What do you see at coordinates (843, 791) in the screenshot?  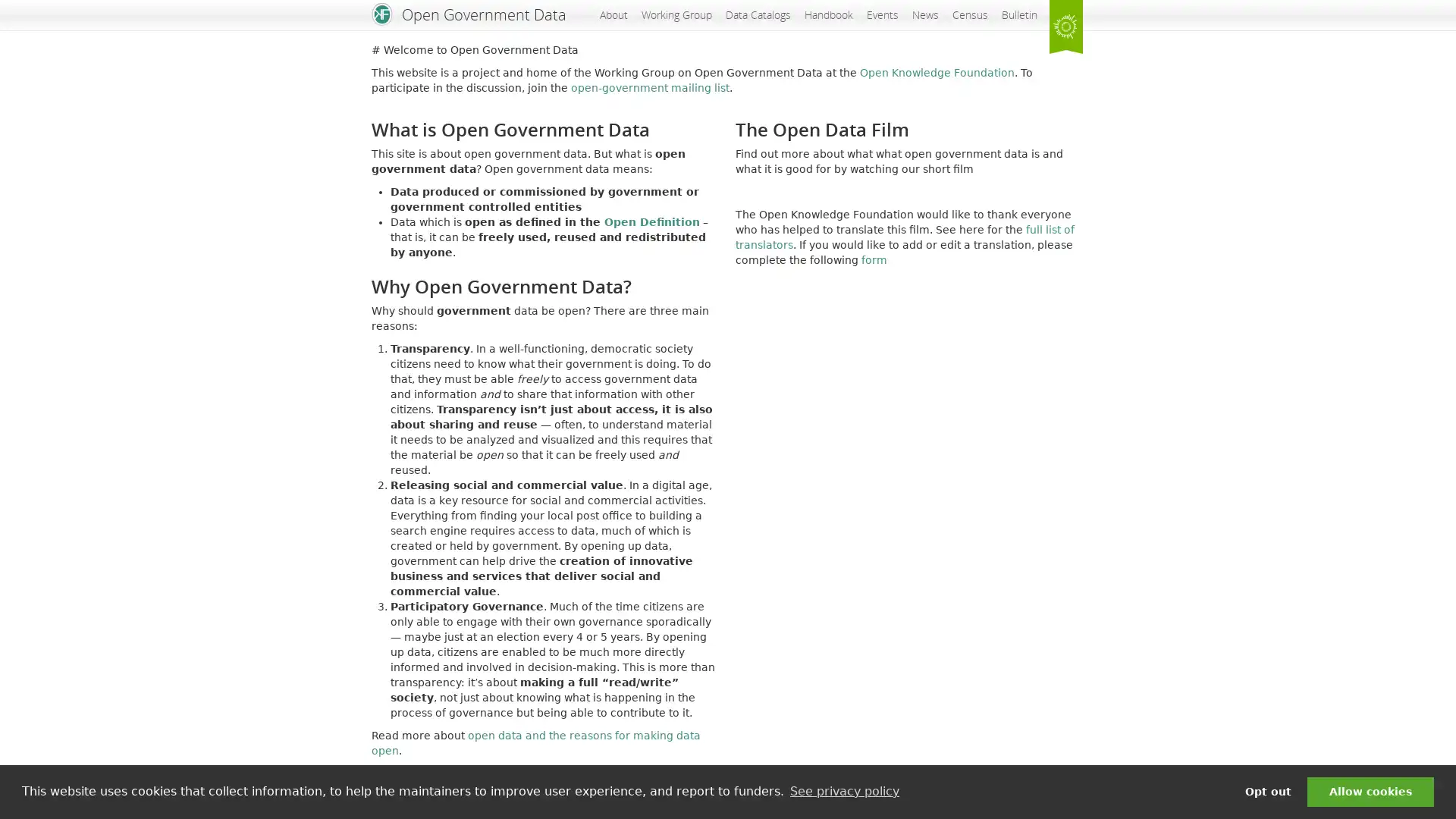 I see `learn more about cookies` at bounding box center [843, 791].